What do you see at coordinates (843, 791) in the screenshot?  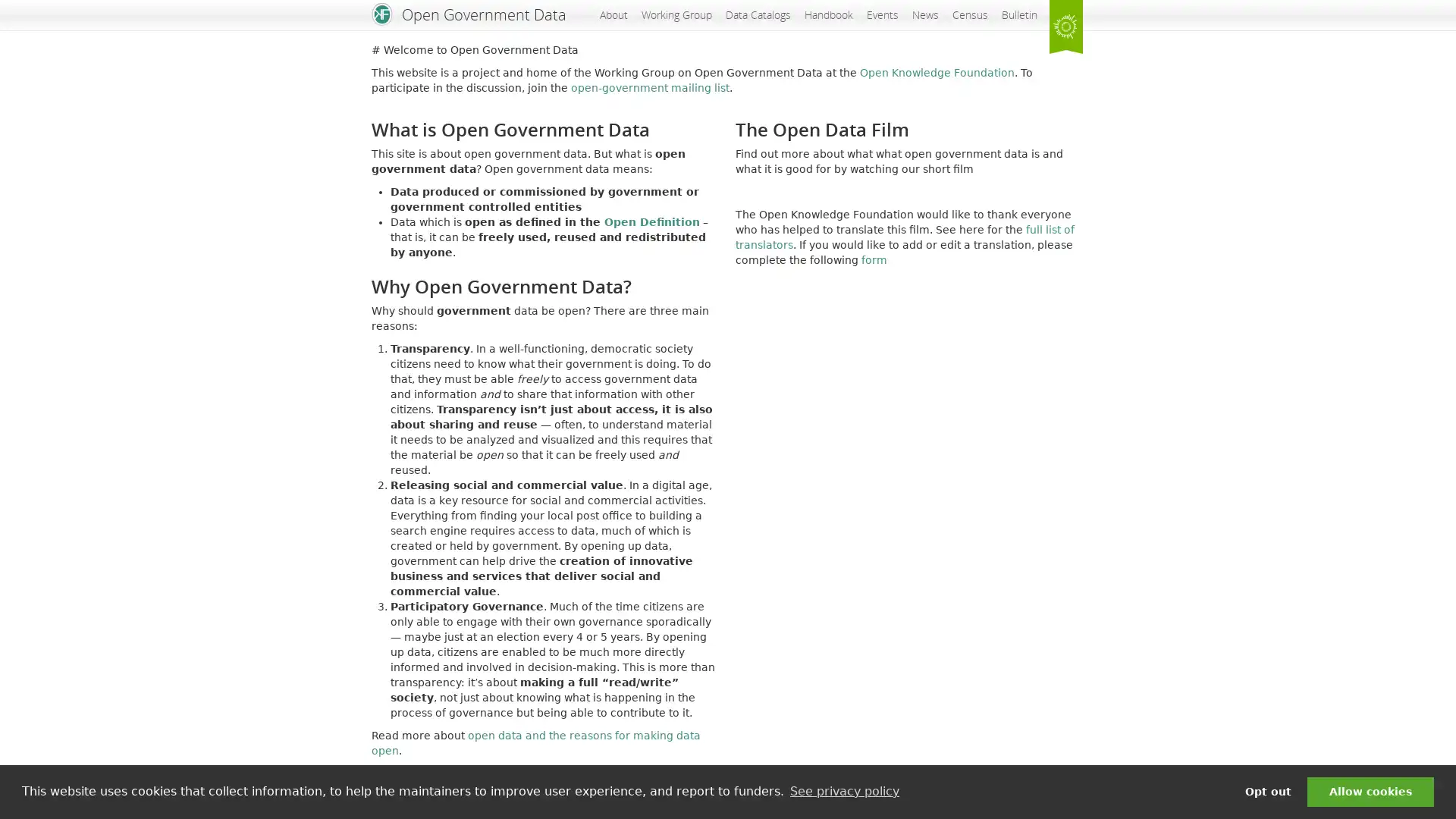 I see `learn more about cookies` at bounding box center [843, 791].